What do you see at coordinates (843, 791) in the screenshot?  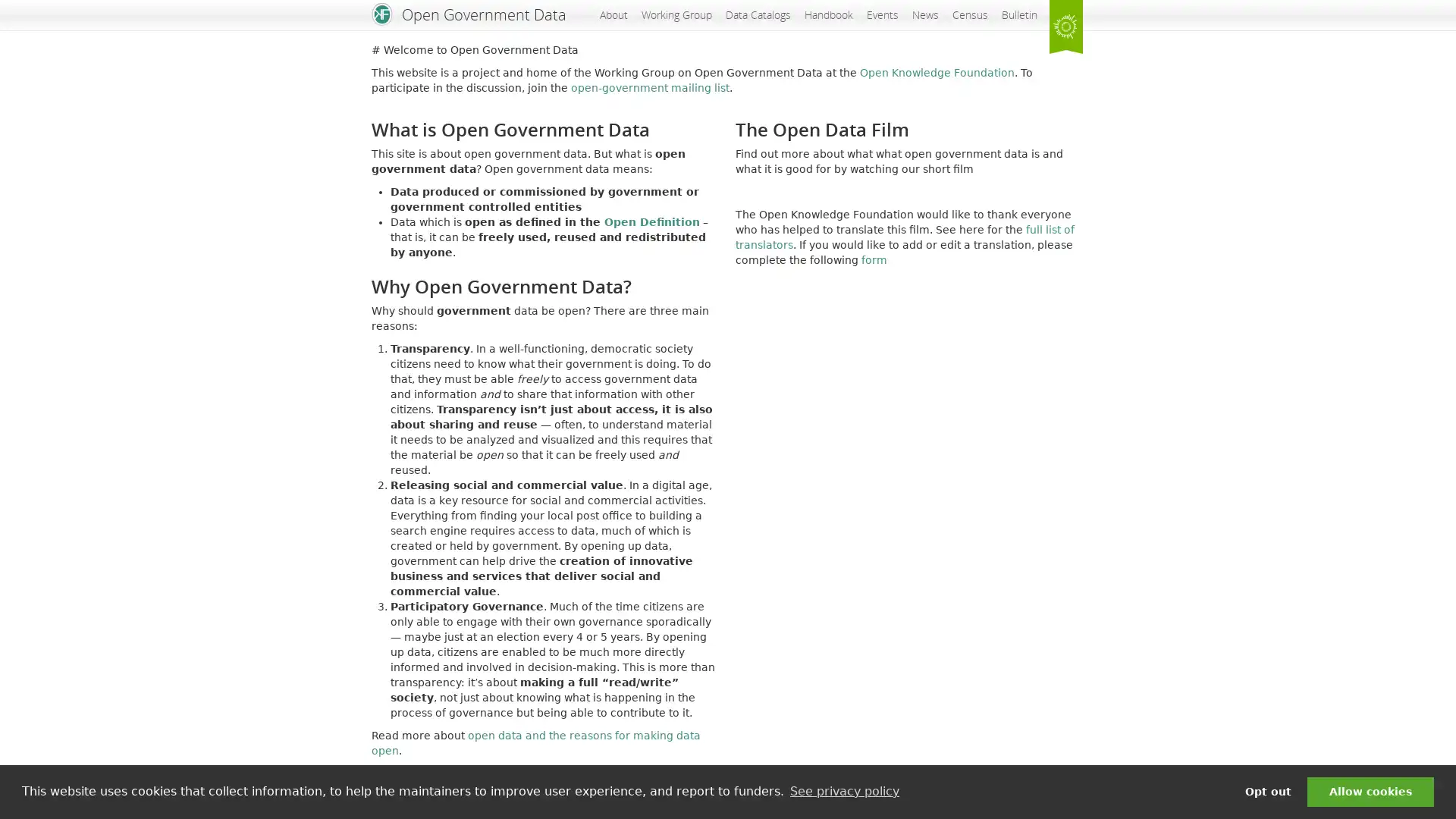 I see `learn more about cookies` at bounding box center [843, 791].